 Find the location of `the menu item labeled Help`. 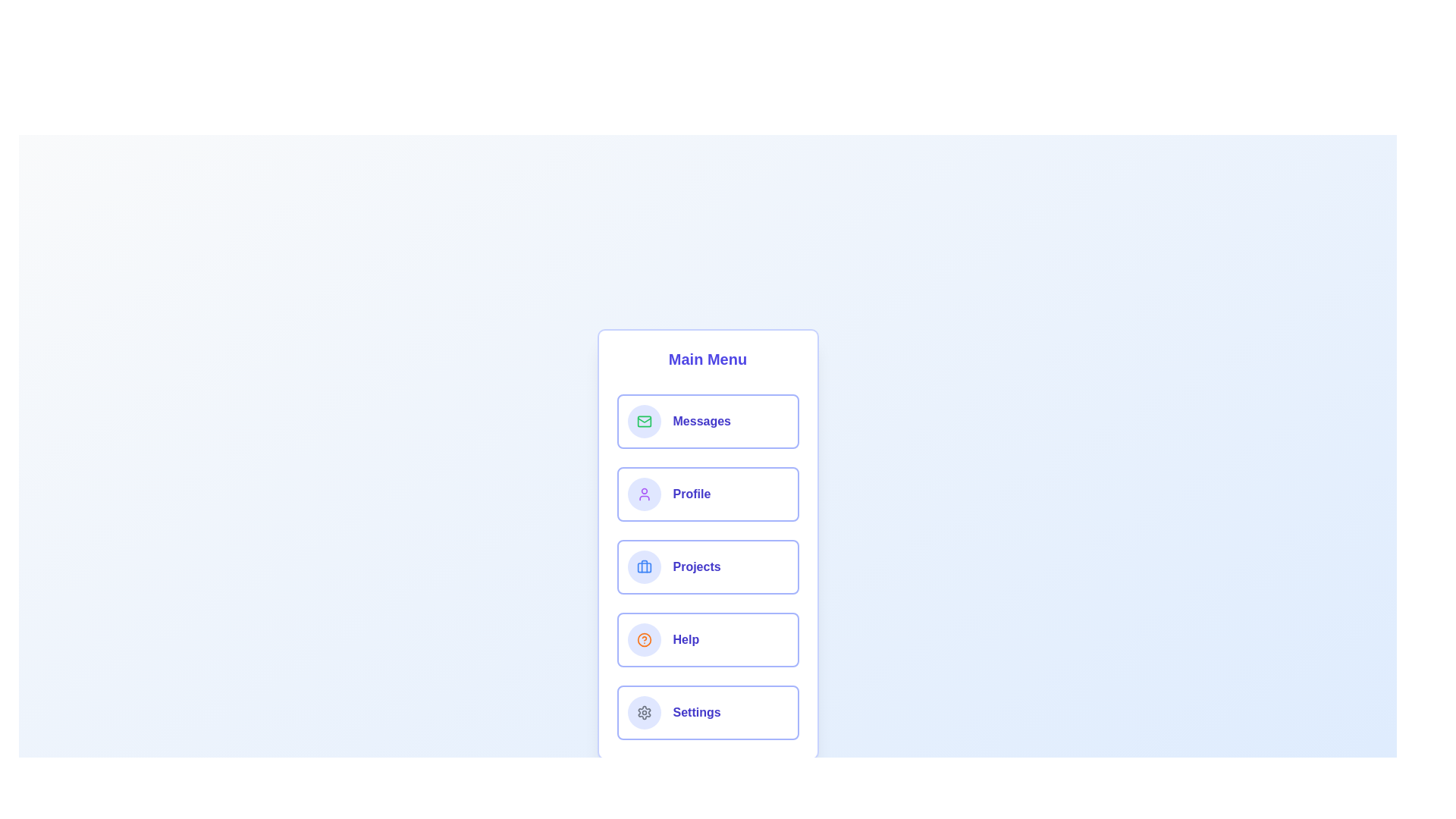

the menu item labeled Help is located at coordinates (707, 640).